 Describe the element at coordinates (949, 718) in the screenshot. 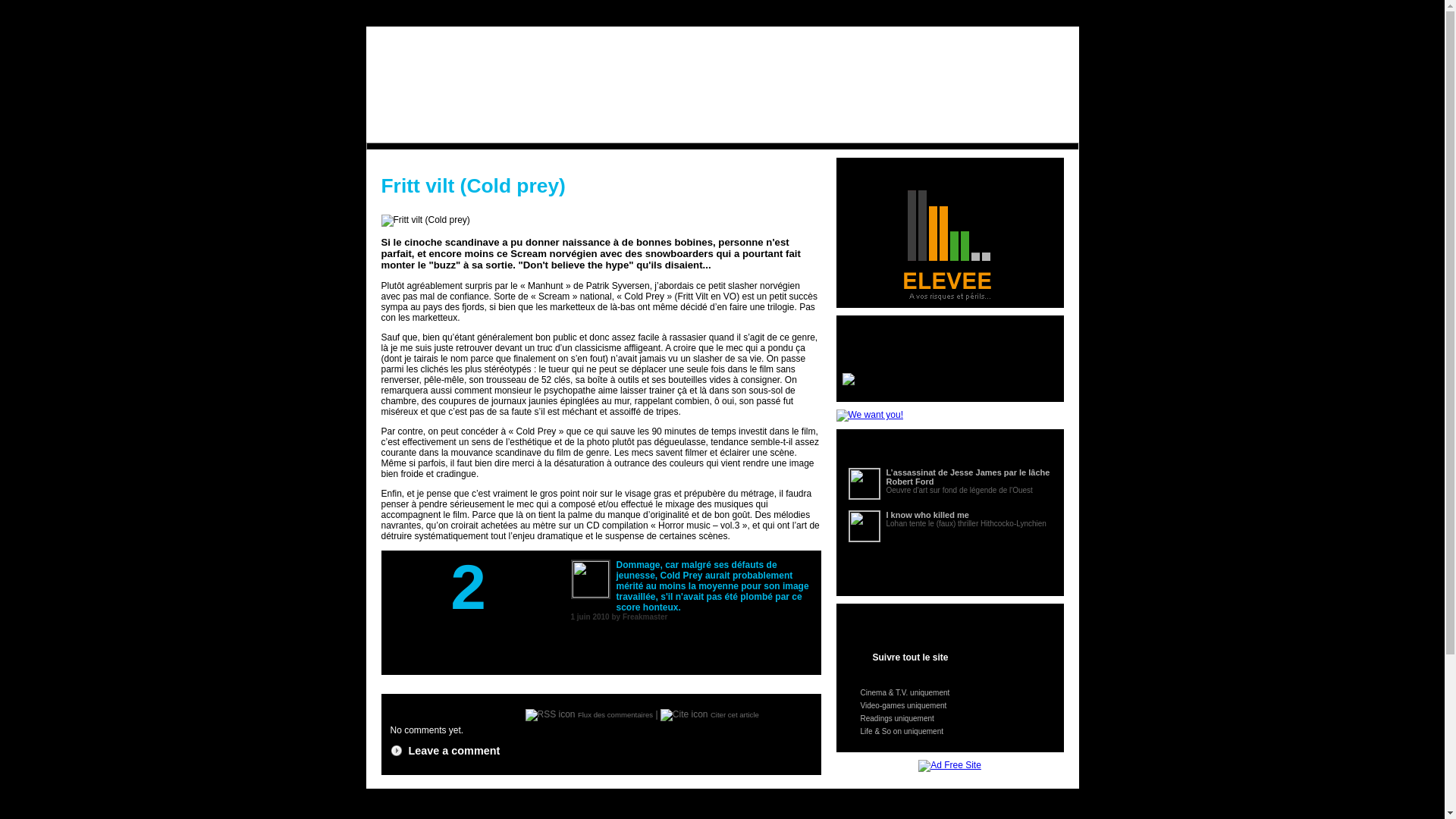

I see `'Readings uniquement'` at that location.